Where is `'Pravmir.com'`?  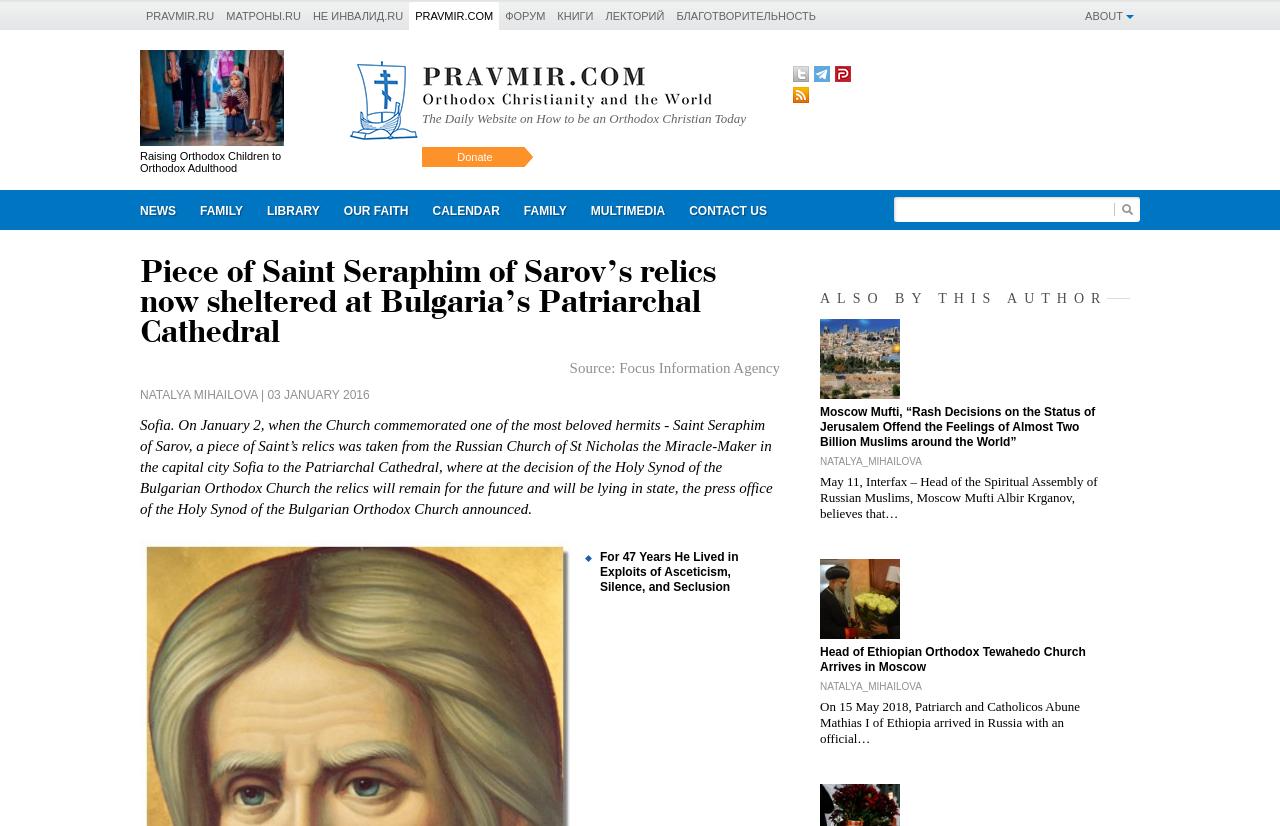
'Pravmir.com' is located at coordinates (453, 16).